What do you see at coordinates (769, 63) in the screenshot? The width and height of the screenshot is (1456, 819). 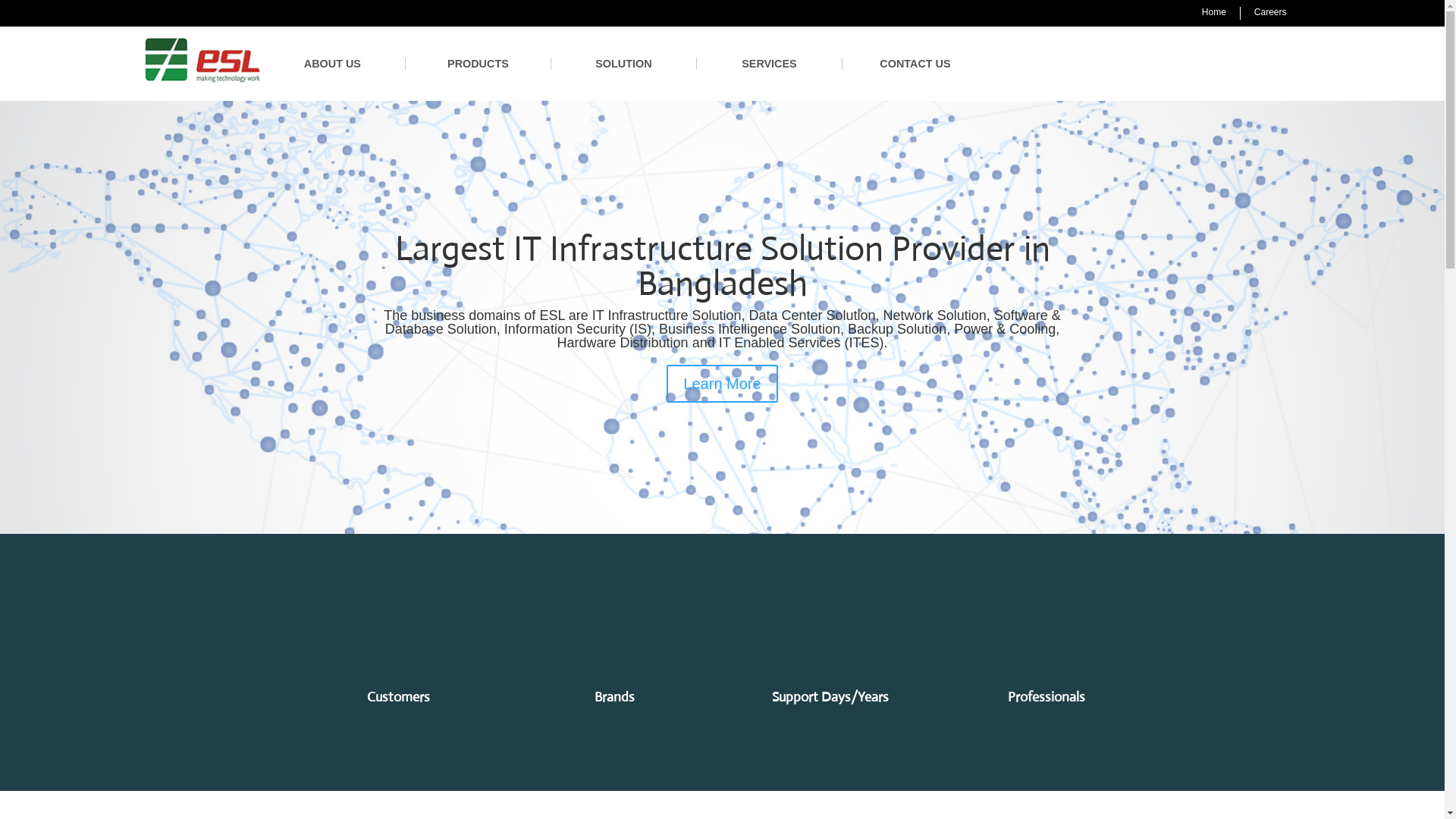 I see `'SERVICES'` at bounding box center [769, 63].